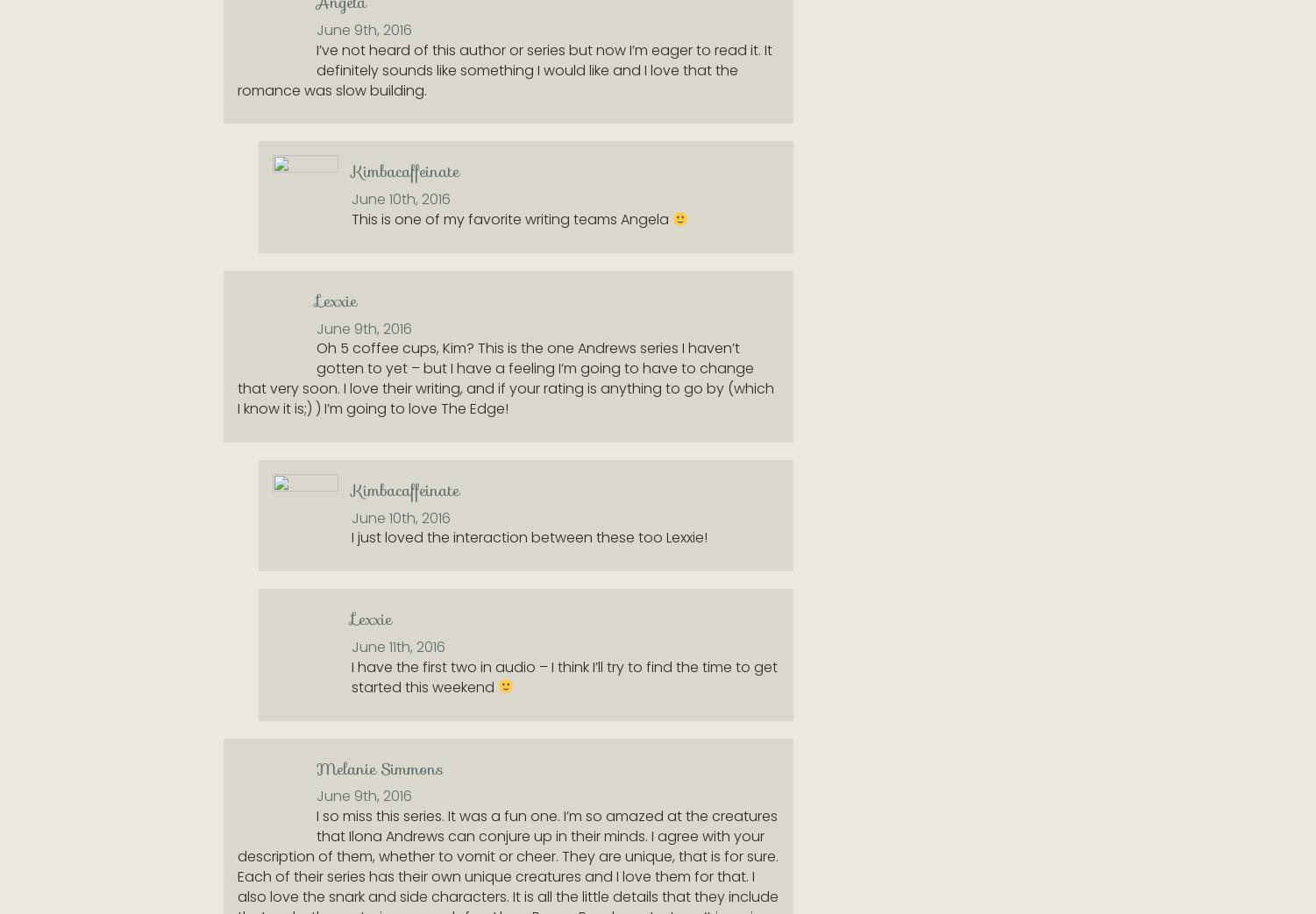 The width and height of the screenshot is (1316, 914). What do you see at coordinates (530, 536) in the screenshot?
I see `'I just loved the interaction between these too Lexxie!'` at bounding box center [530, 536].